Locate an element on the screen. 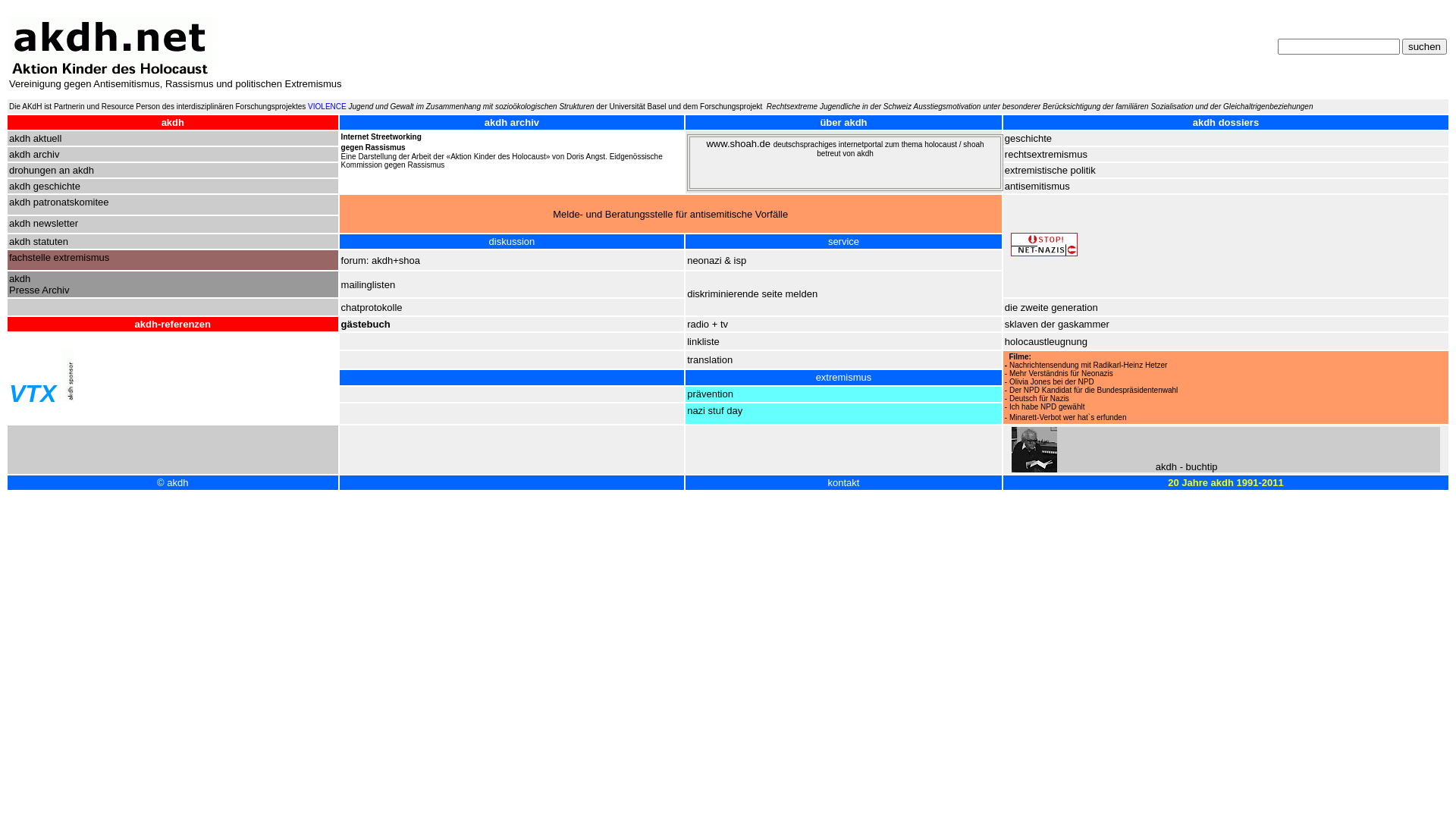 Image resolution: width=1456 pixels, height=819 pixels. 'akdh geschichte' is located at coordinates (44, 185).